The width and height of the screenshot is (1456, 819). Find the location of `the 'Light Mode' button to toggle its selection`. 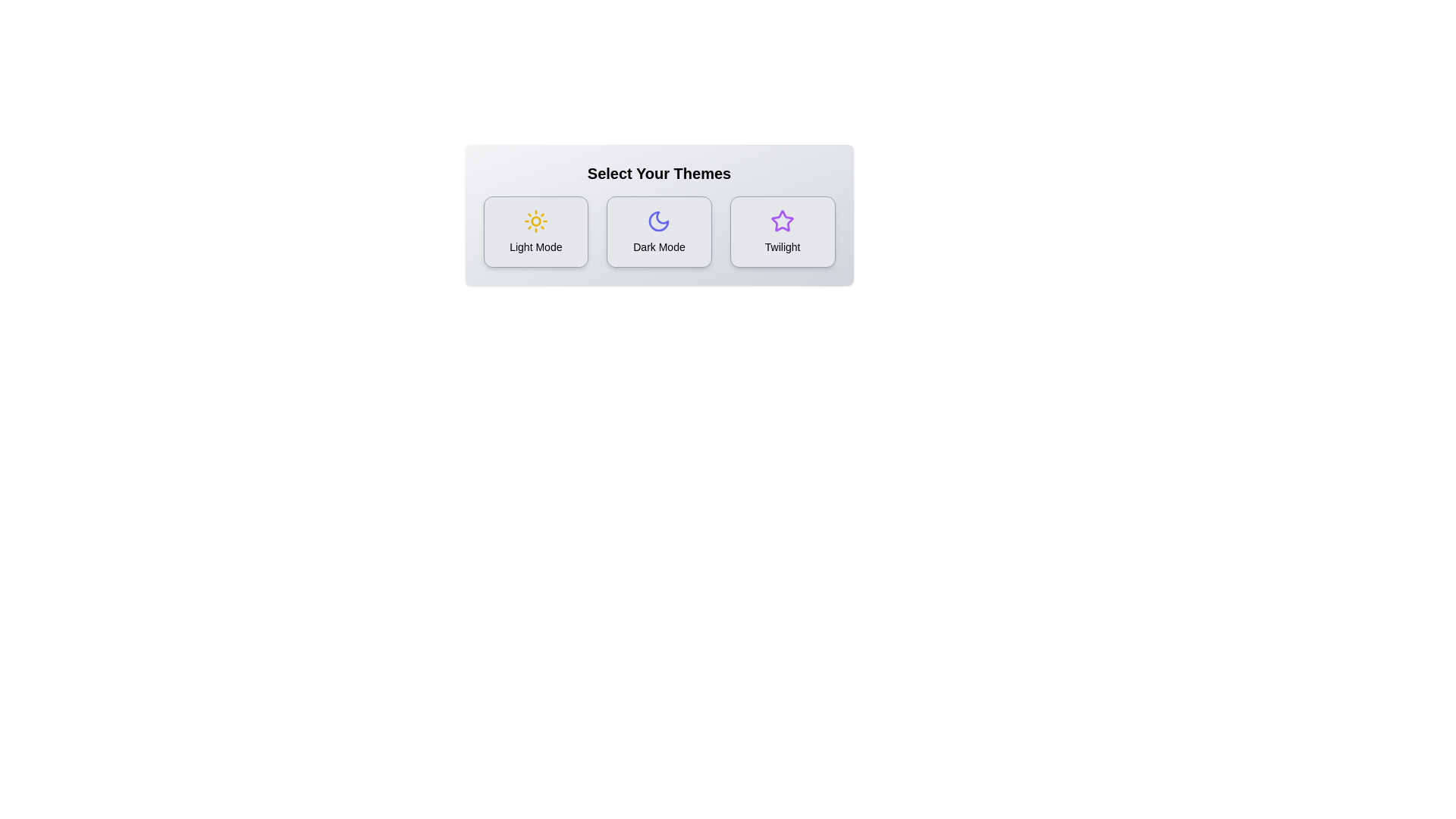

the 'Light Mode' button to toggle its selection is located at coordinates (535, 231).